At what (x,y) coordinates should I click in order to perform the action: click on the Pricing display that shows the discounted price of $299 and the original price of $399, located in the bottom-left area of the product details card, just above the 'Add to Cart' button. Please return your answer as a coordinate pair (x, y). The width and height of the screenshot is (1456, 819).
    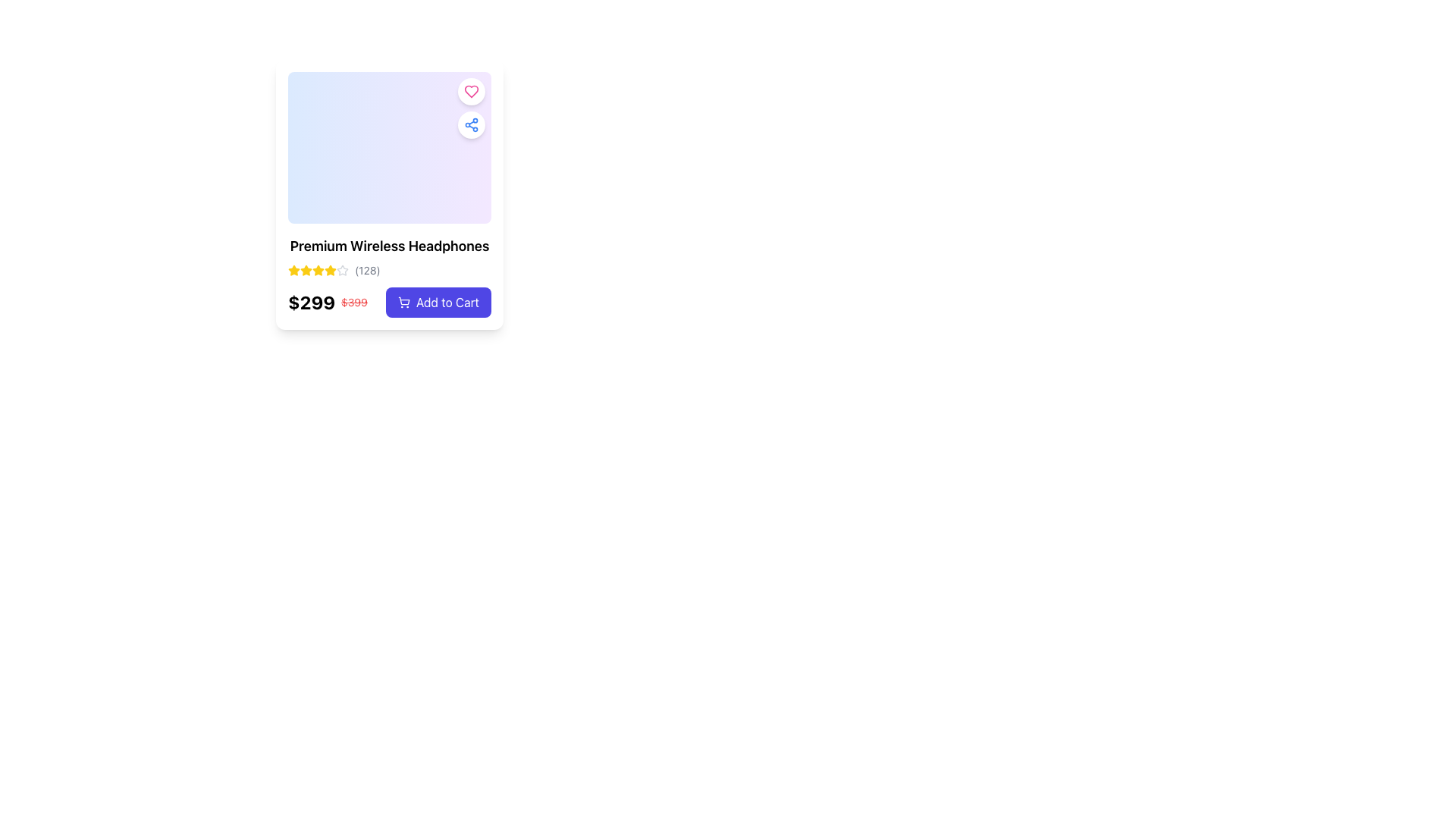
    Looking at the image, I should click on (327, 302).